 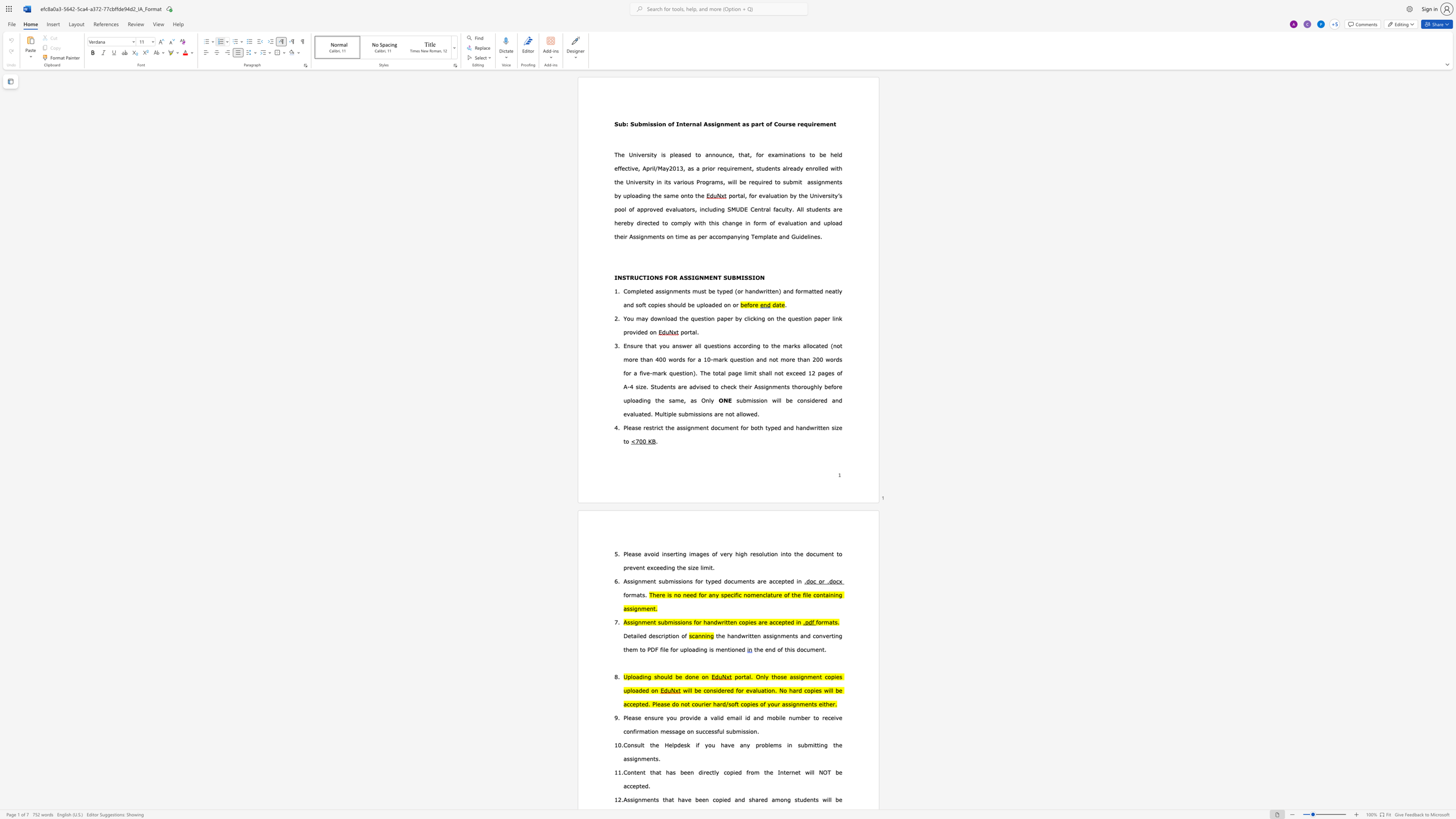 What do you see at coordinates (825, 744) in the screenshot?
I see `the 1th character "g" in the text` at bounding box center [825, 744].